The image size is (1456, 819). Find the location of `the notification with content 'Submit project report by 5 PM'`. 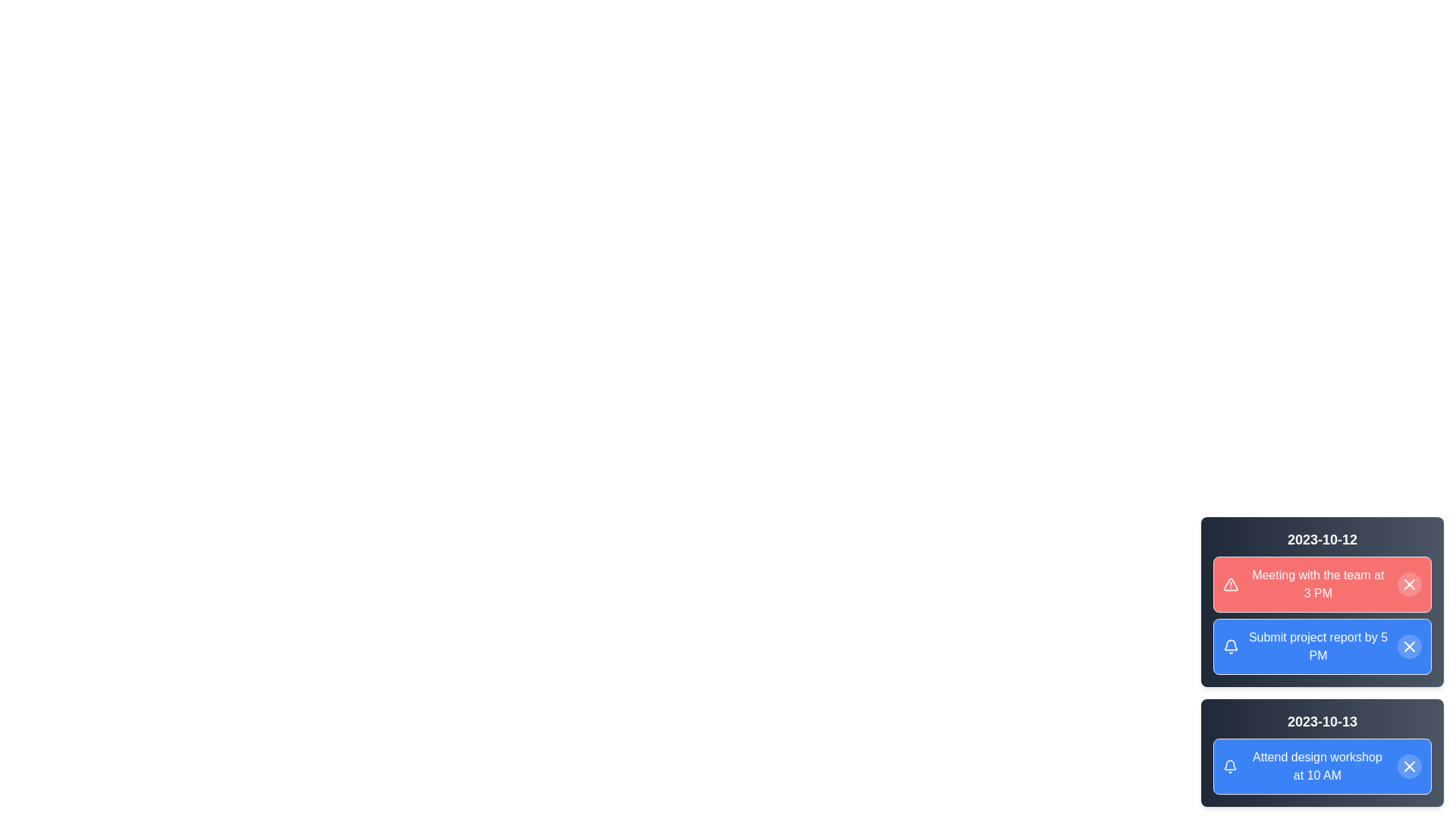

the notification with content 'Submit project report by 5 PM' is located at coordinates (1321, 646).